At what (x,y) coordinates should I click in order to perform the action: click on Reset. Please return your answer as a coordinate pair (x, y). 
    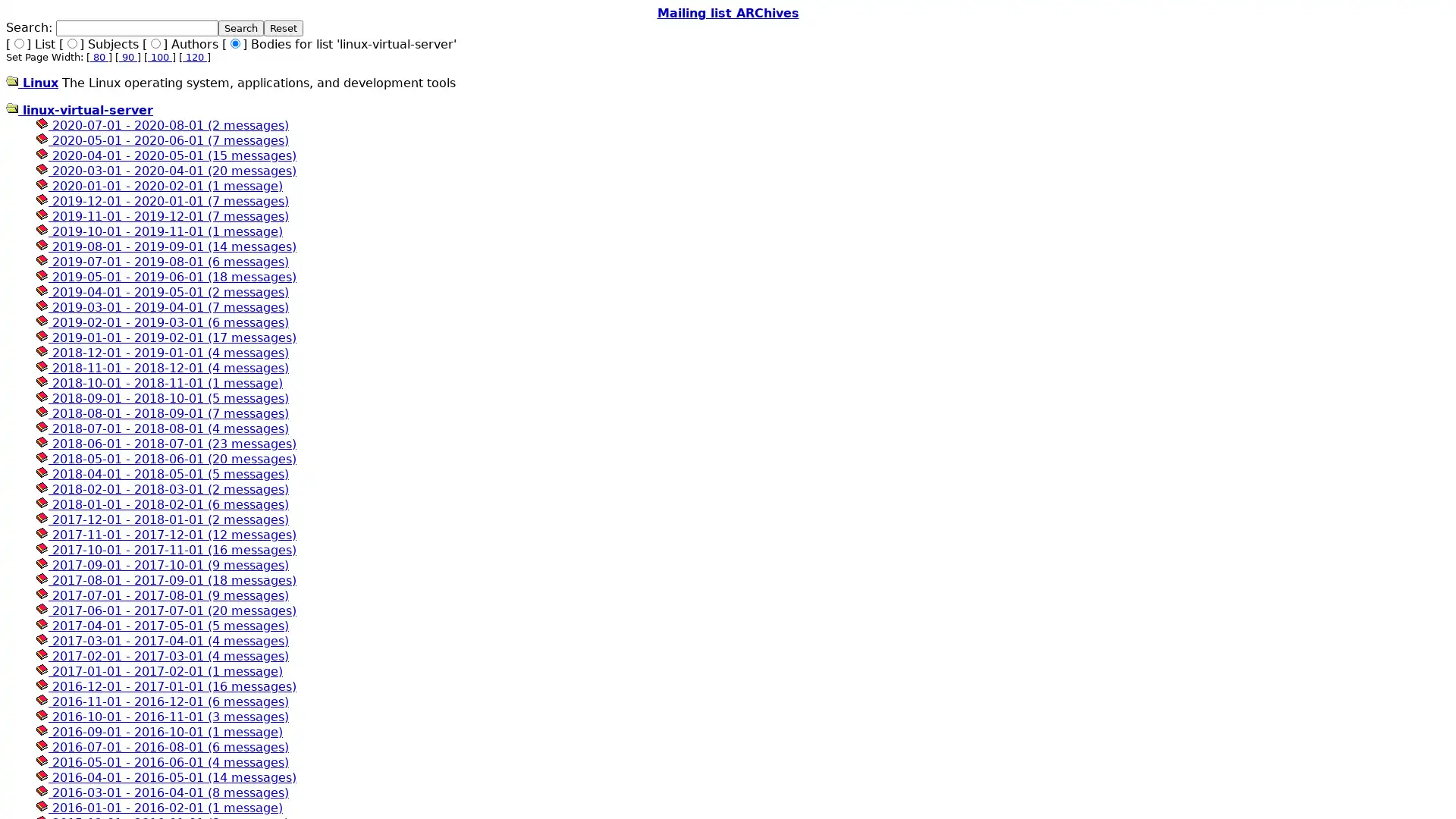
    Looking at the image, I should click on (284, 28).